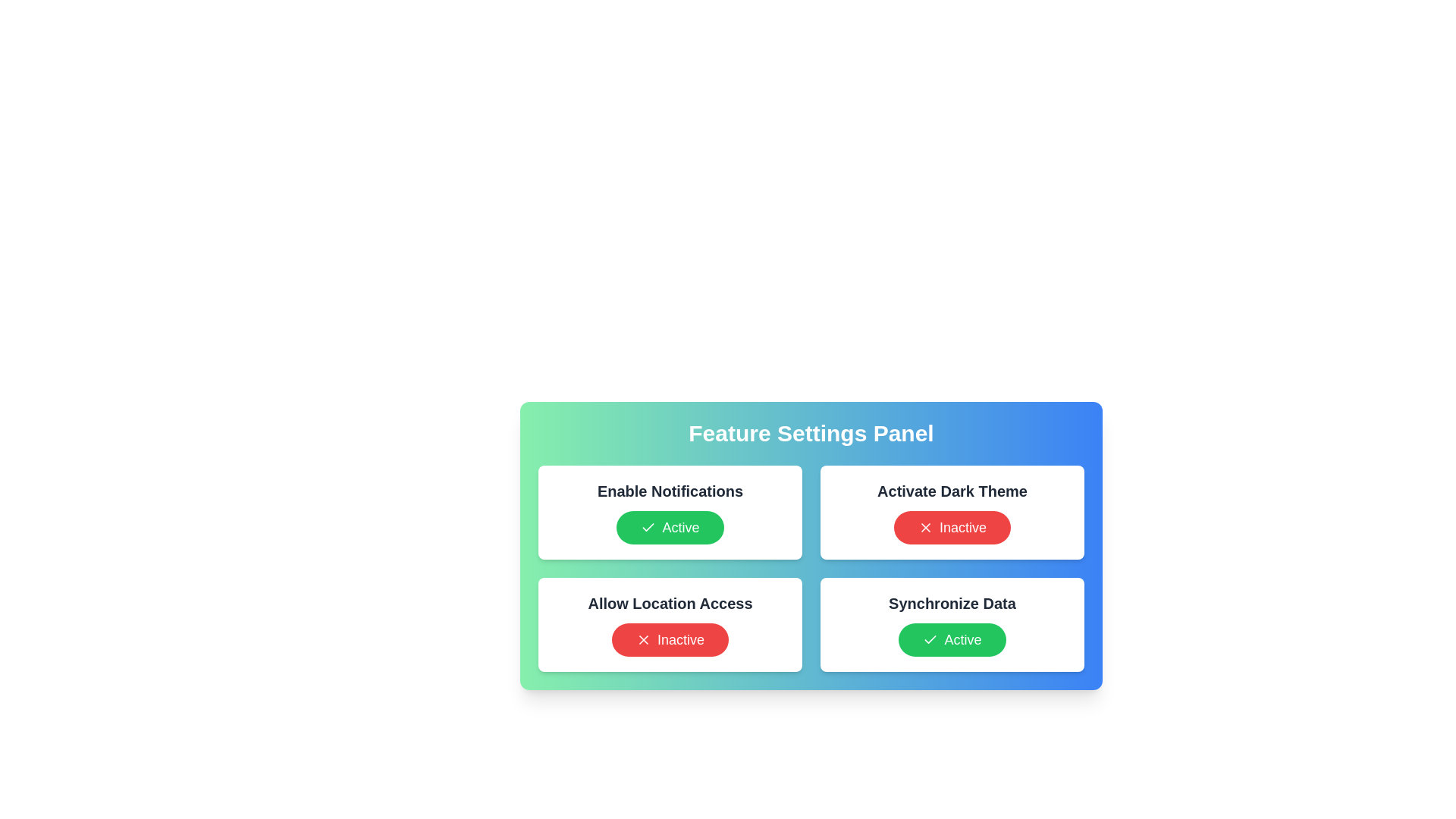 The image size is (1456, 819). I want to click on the button corresponding to Enable Notifications to toggle its state, so click(669, 526).